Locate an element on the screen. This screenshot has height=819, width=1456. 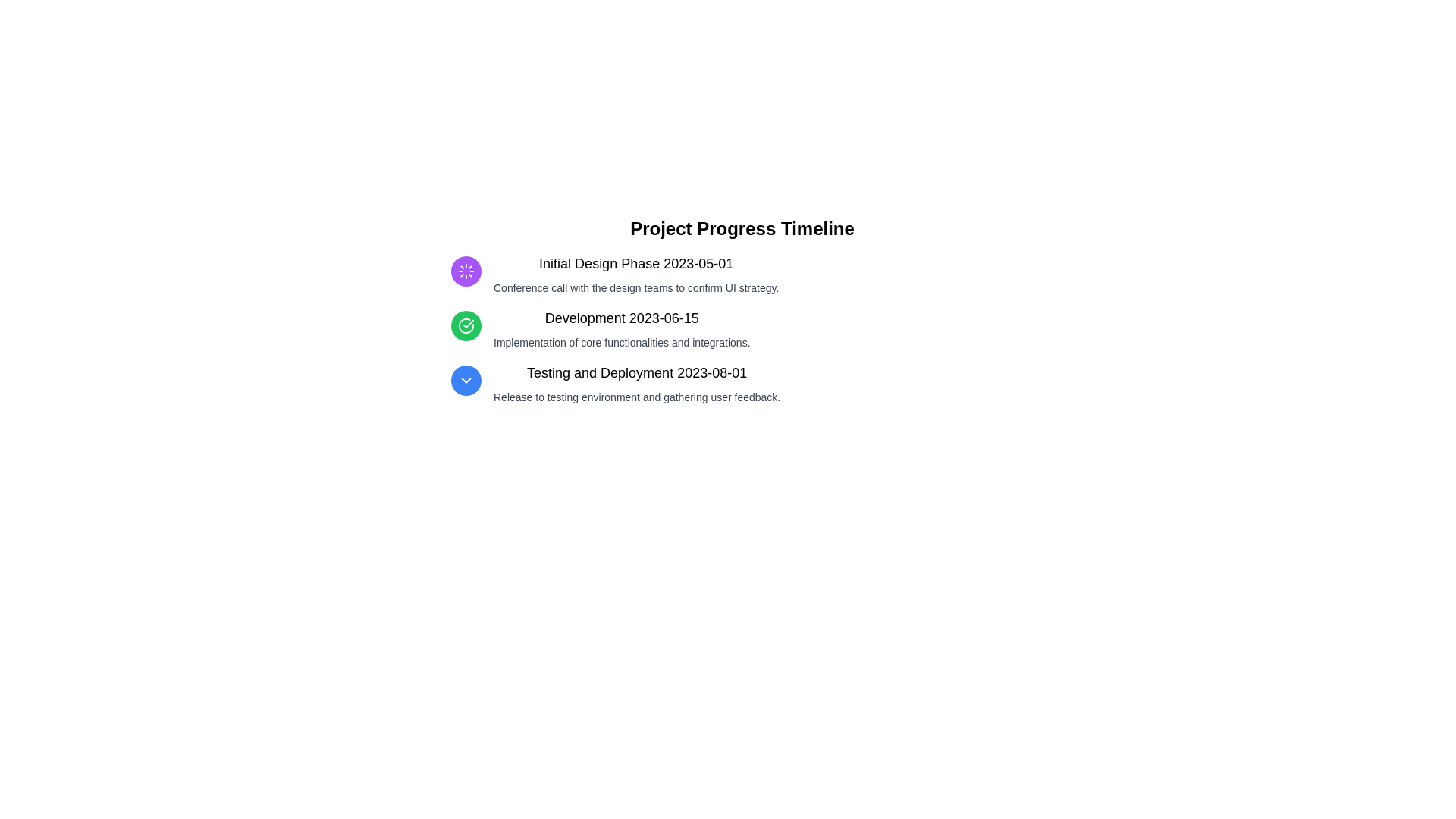
the text label displaying 'Initial Design Phase 2023-05-01', which is prominently styled in bold and positioned under the purple icon in the project timeline is located at coordinates (636, 262).